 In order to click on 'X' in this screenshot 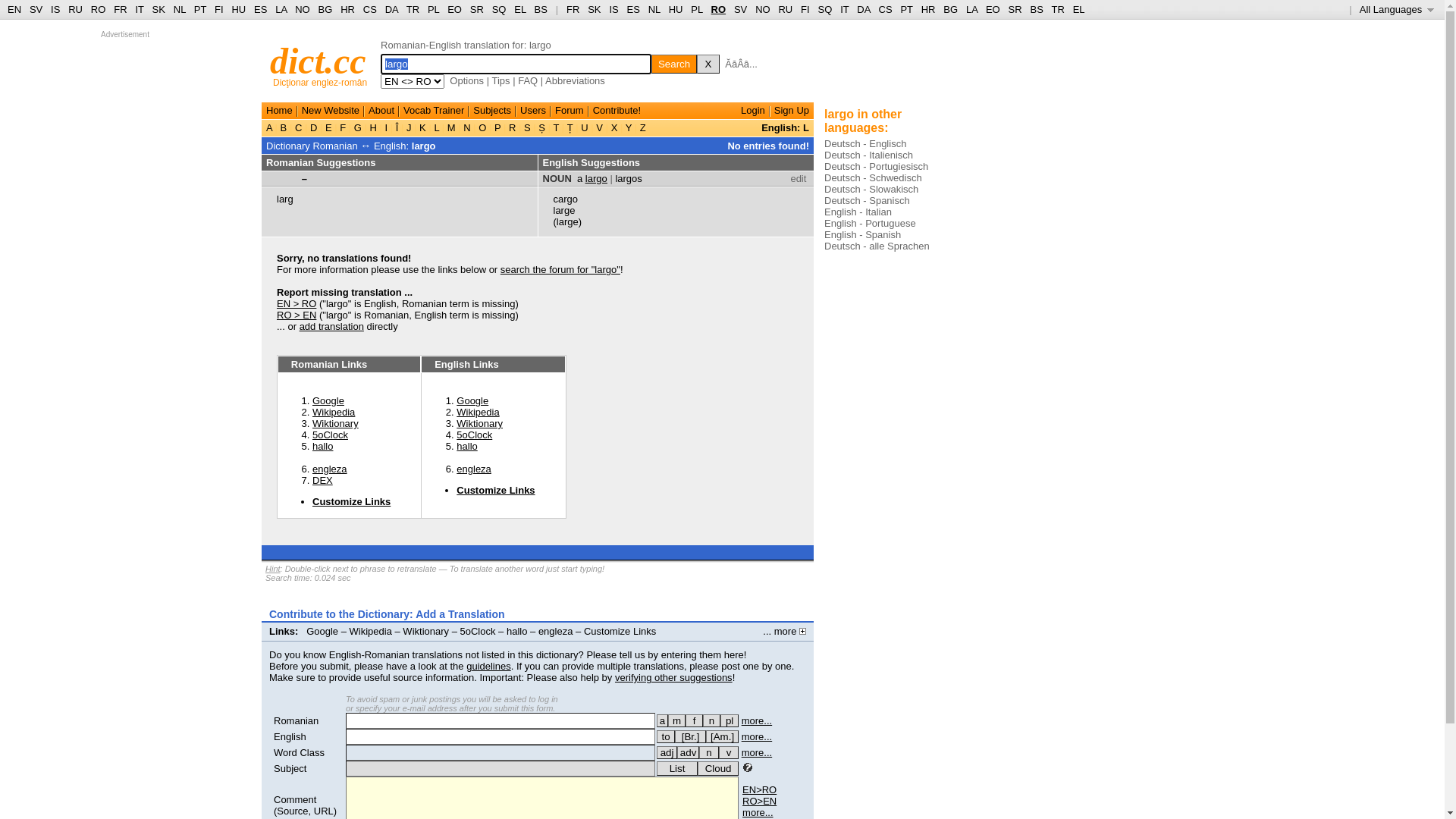, I will do `click(708, 63)`.